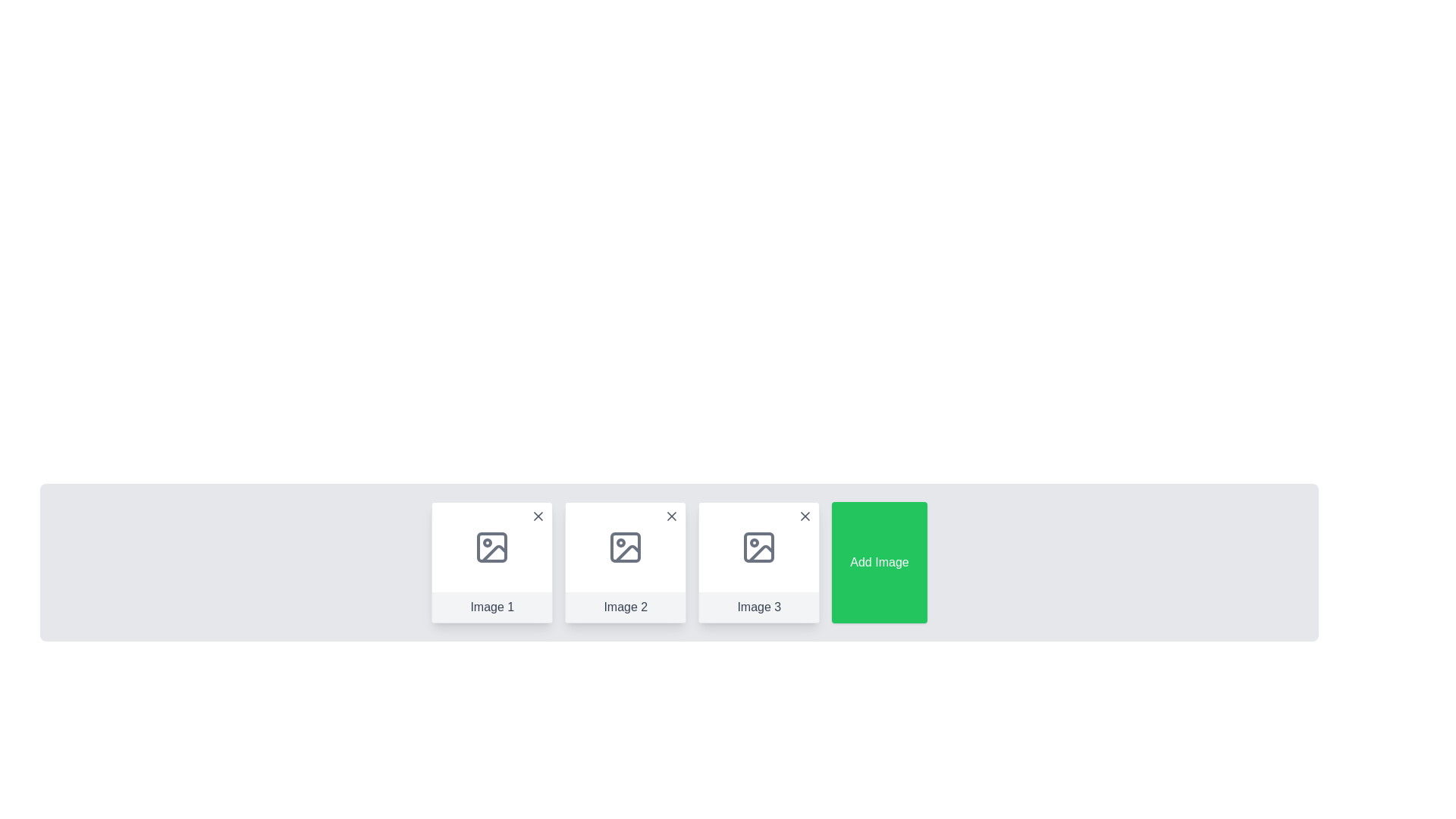  I want to click on the visual placeholder component designated for 'Image 2', which is part of a layout with similar placeholders and is positioned between 'Image 1' and 'Image 3', so click(626, 547).